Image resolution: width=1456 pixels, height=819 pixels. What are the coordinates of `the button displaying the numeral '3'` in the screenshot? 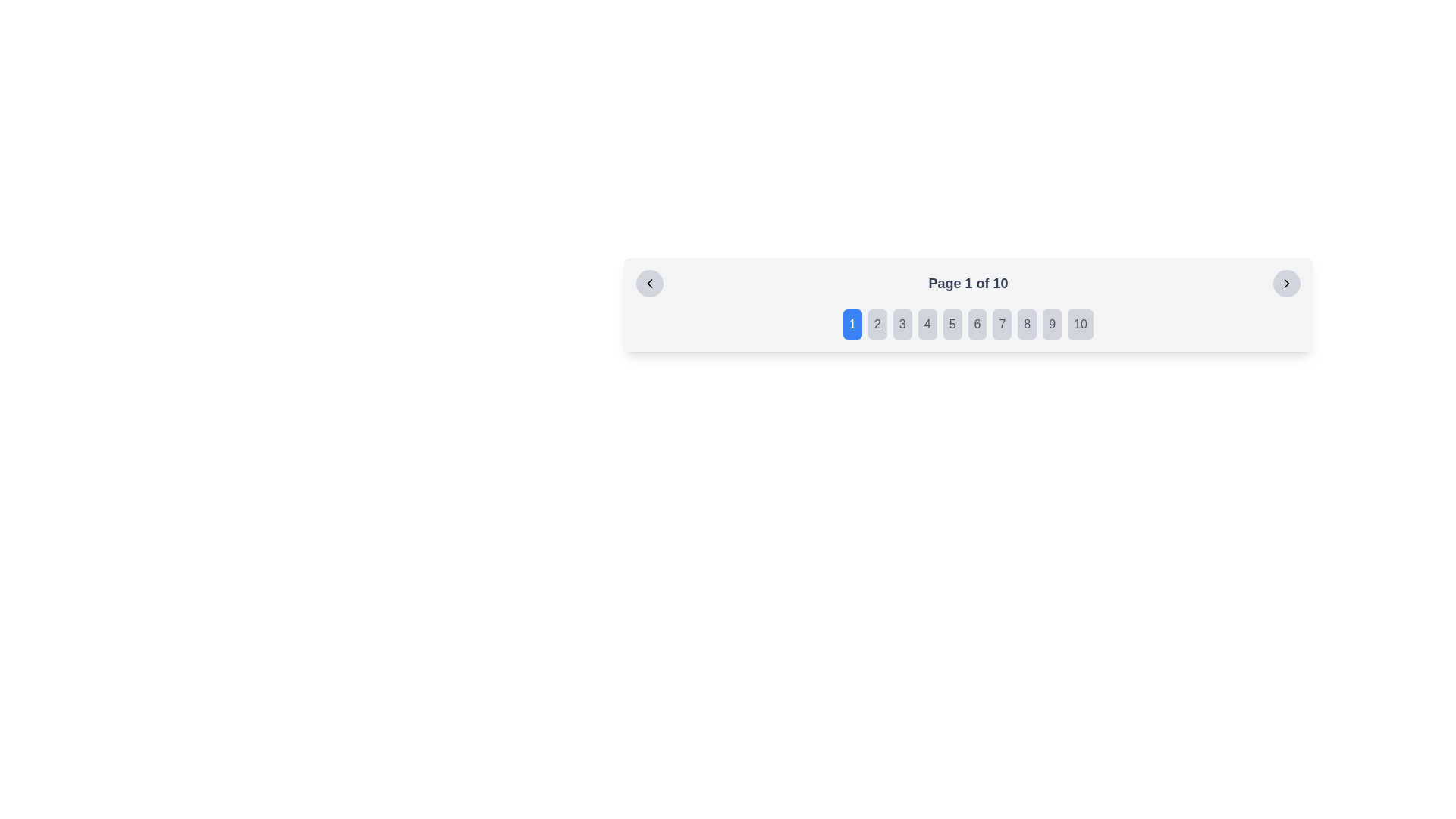 It's located at (902, 324).